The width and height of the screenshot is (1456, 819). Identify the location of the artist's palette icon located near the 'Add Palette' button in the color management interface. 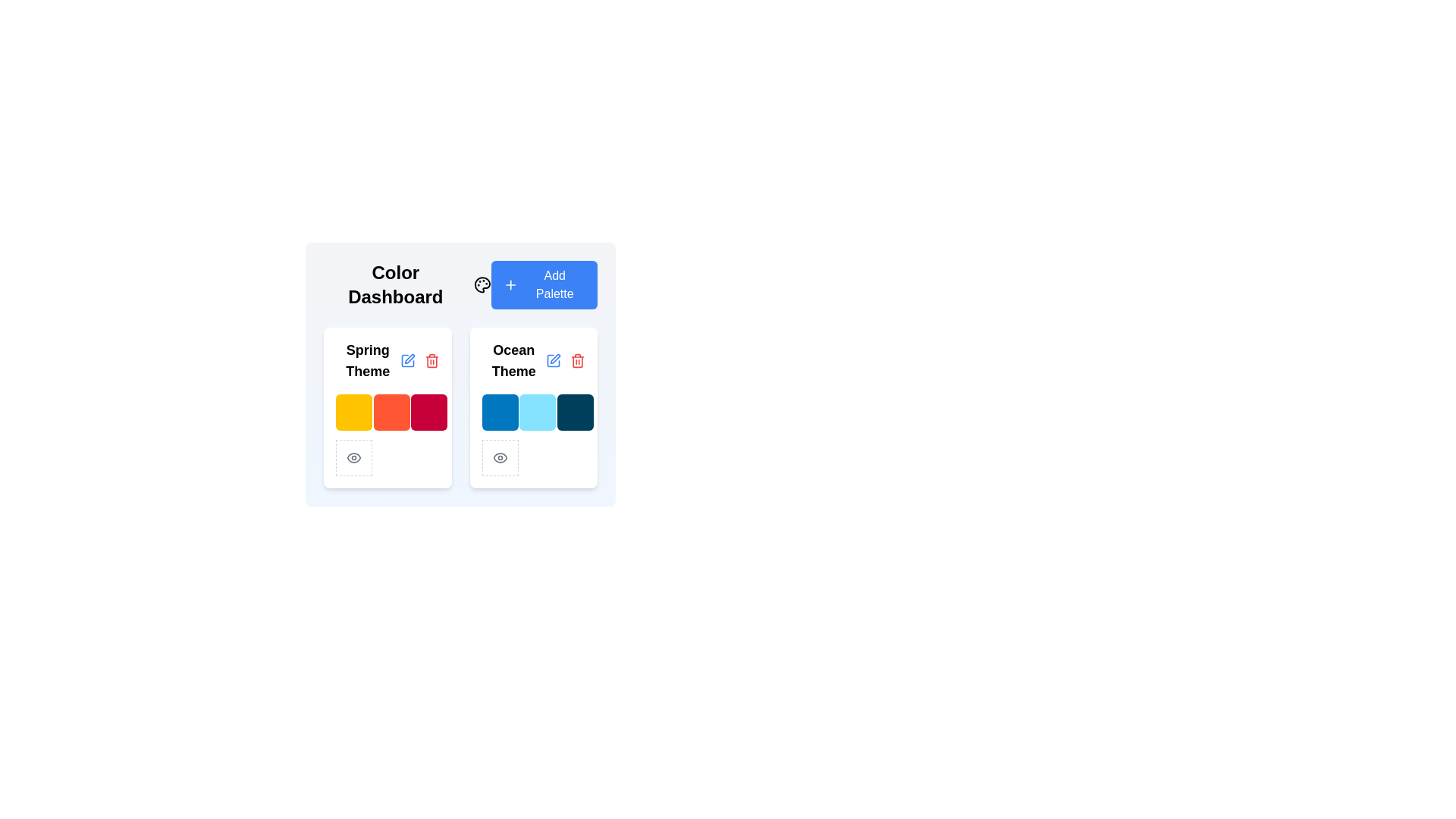
(482, 284).